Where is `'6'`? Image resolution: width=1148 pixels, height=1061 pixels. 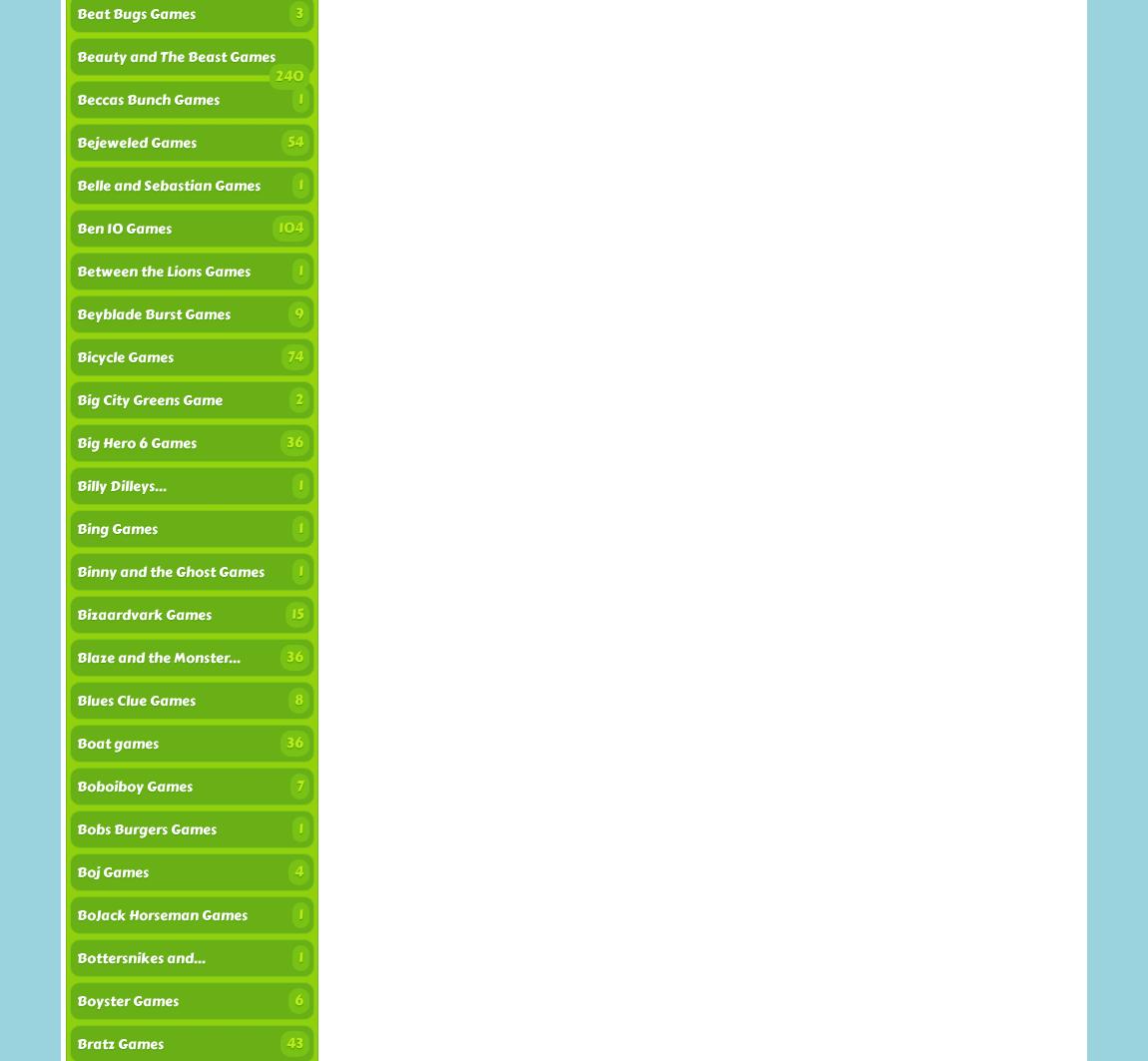 '6' is located at coordinates (293, 999).